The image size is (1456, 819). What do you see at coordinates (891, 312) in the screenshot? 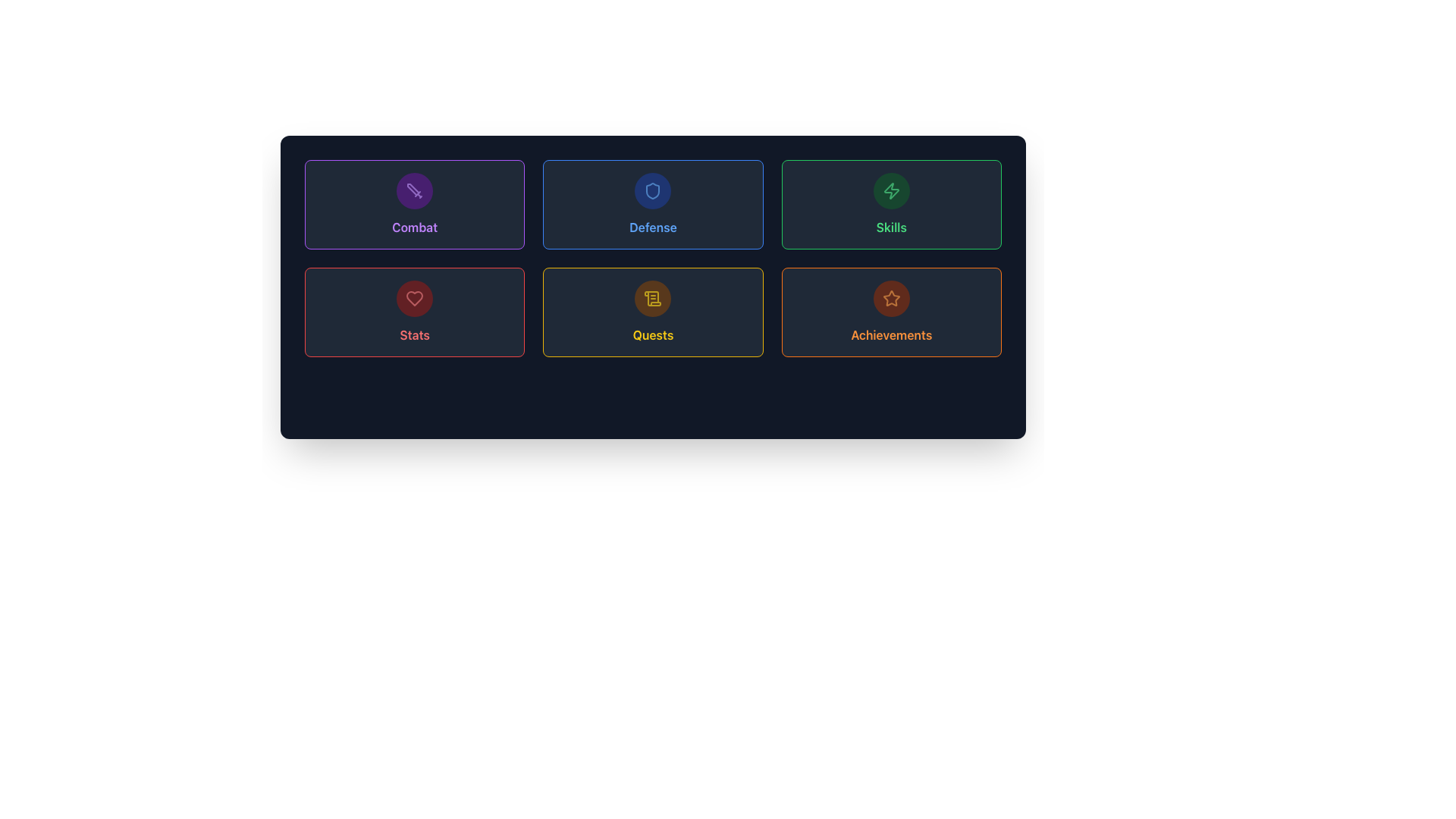
I see `the 'Achievements' button, which features a circular orange icon with a star symbol and is located in the bottom-right corner of a three-by-two grid layout, below the 'Skills' element and to the right of the 'Quests' element` at bounding box center [891, 312].